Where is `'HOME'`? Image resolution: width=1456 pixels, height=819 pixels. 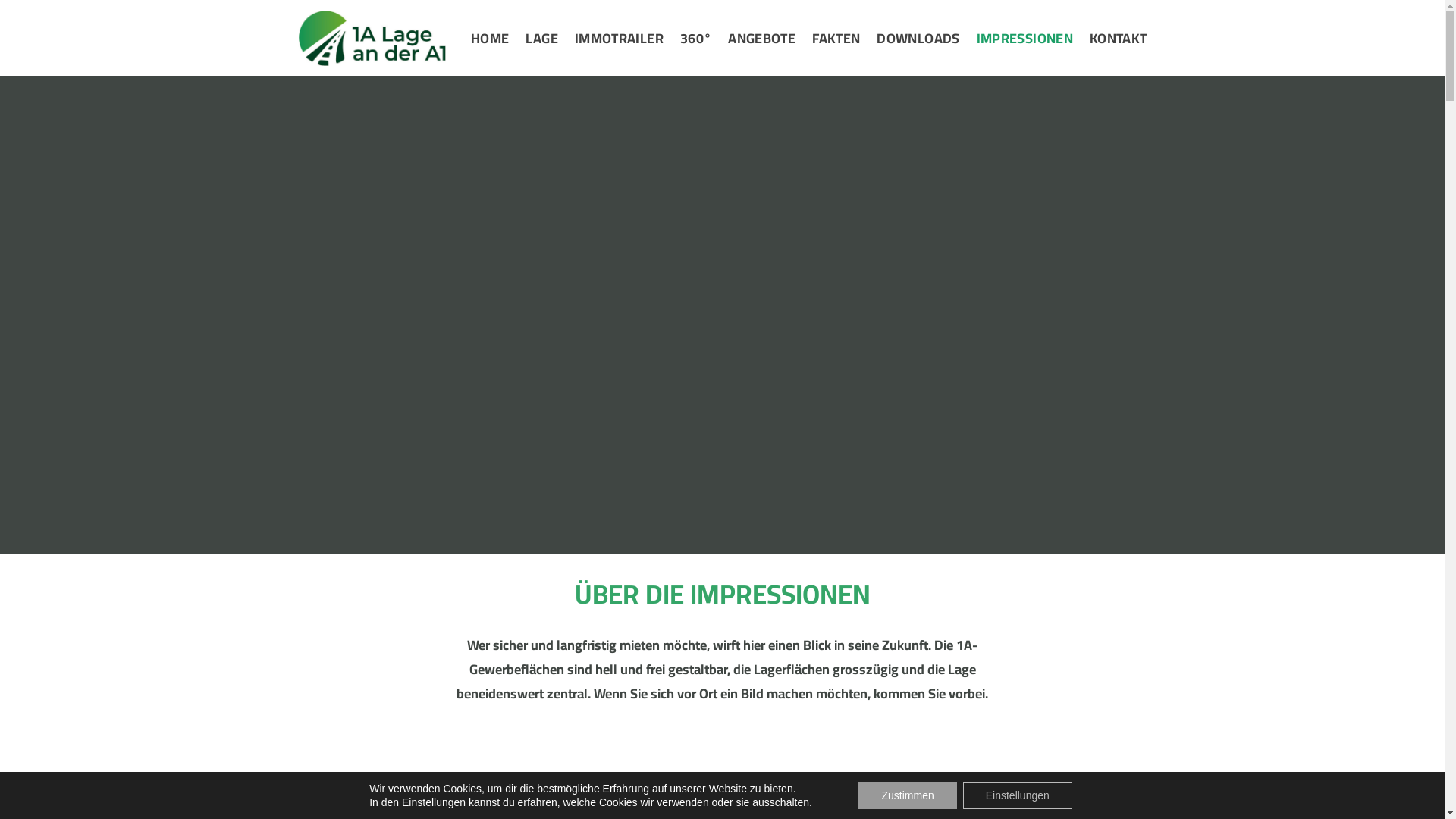 'HOME' is located at coordinates (490, 37).